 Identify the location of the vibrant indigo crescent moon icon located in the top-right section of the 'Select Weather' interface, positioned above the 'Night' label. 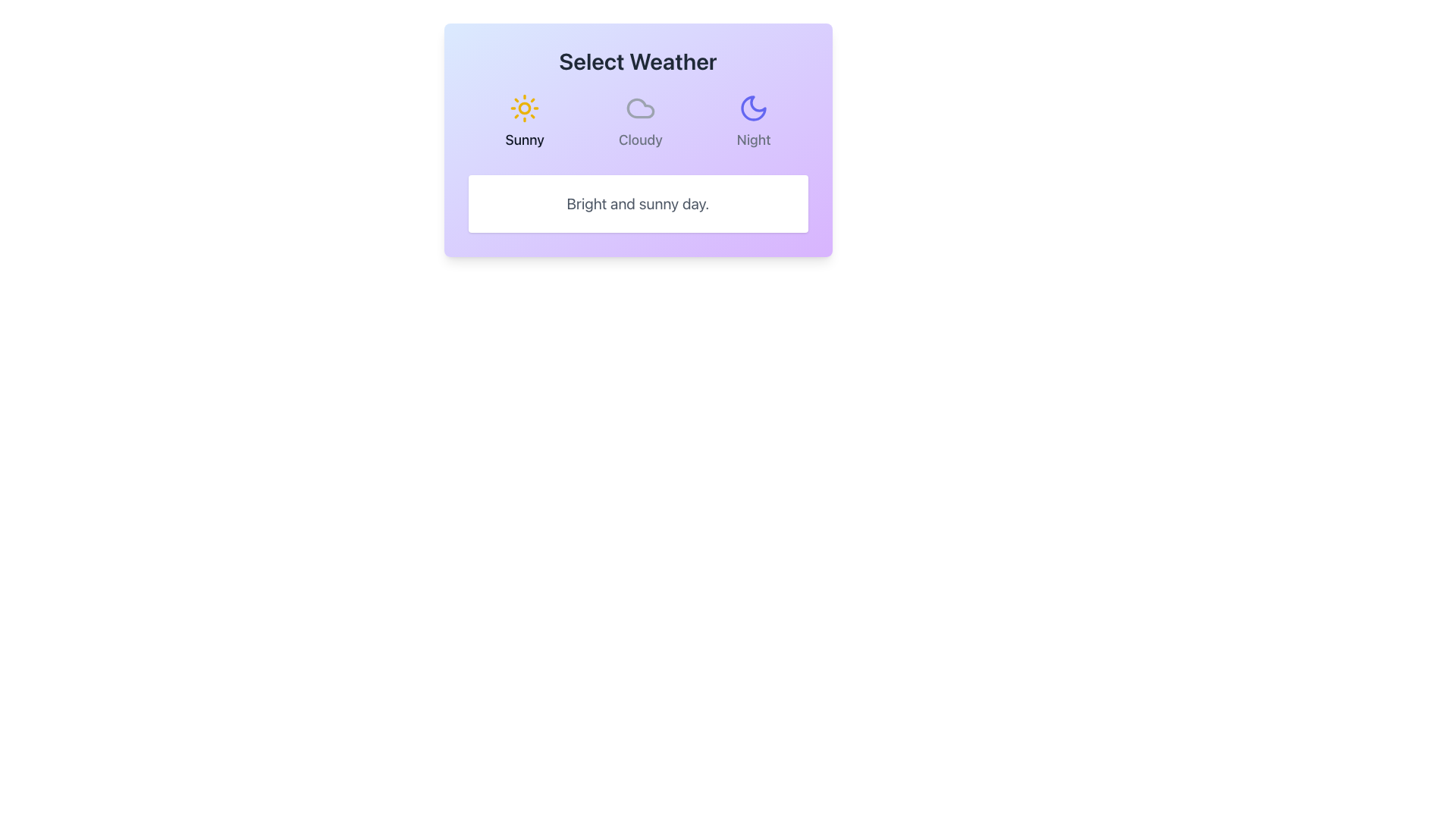
(754, 107).